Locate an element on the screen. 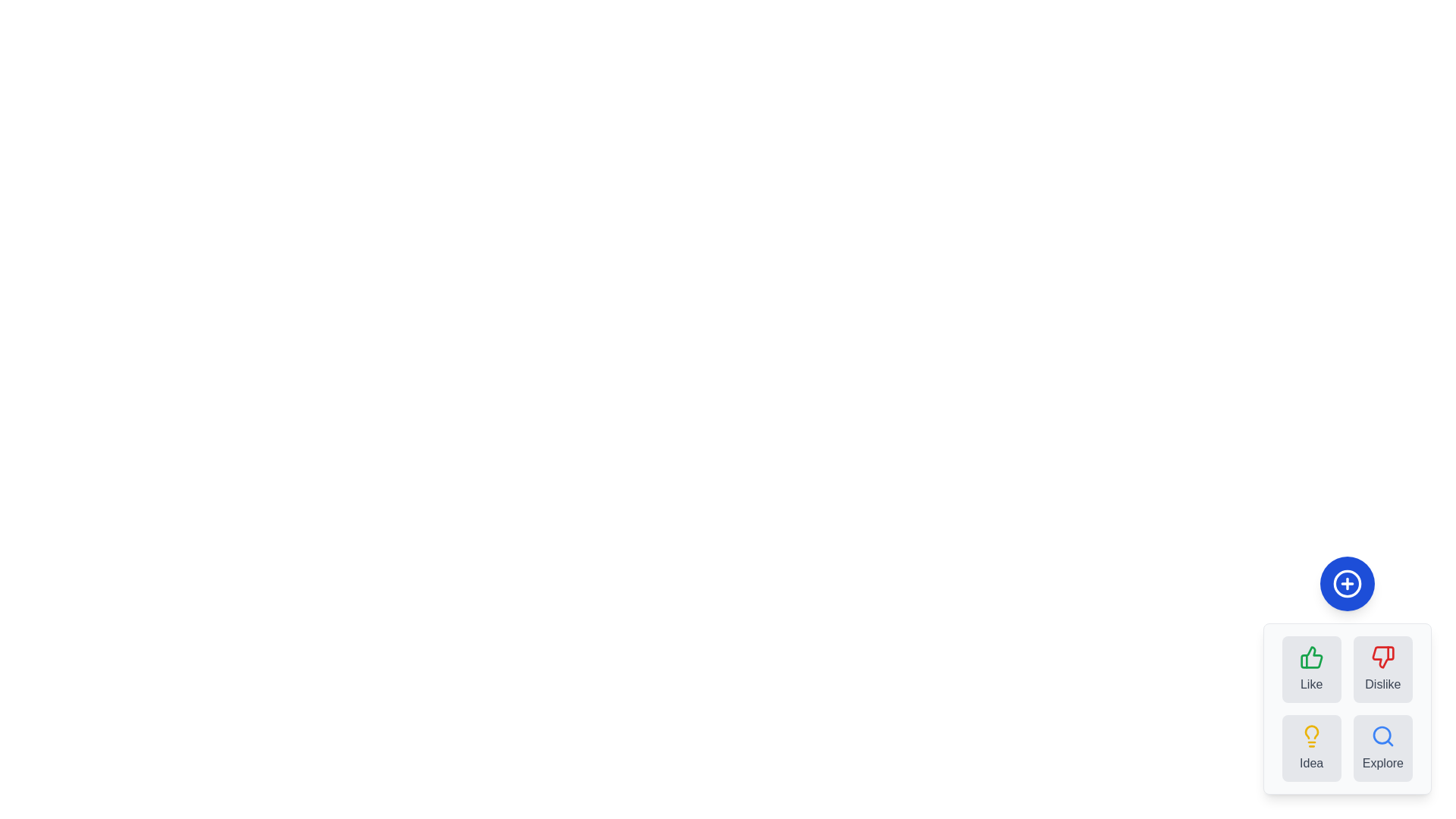 Image resolution: width=1456 pixels, height=819 pixels. the feedback option Like is located at coordinates (1310, 669).